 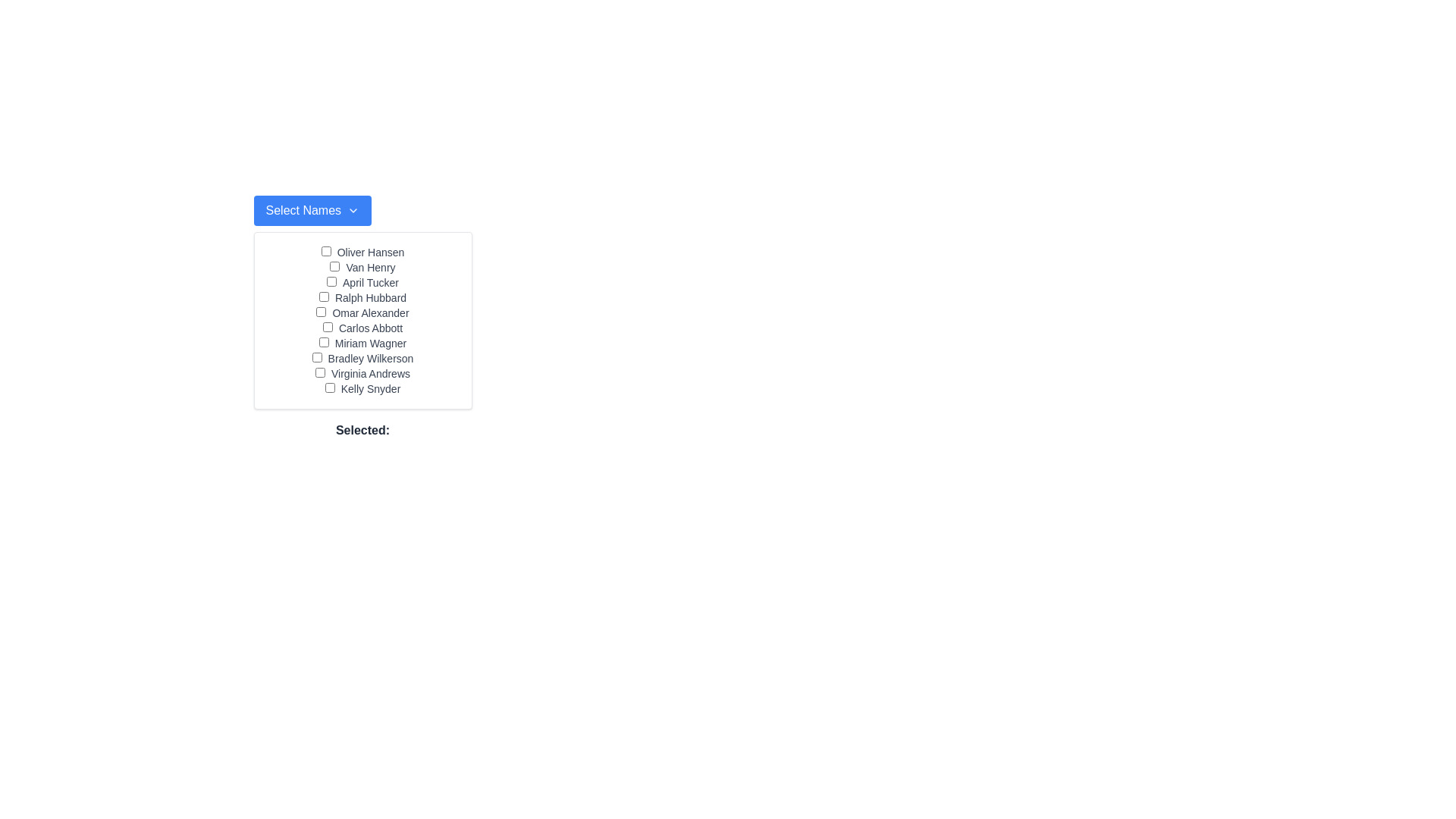 What do you see at coordinates (312, 210) in the screenshot?
I see `the blue rectangular button labeled 'Select Names' with a white downward arrow icon` at bounding box center [312, 210].